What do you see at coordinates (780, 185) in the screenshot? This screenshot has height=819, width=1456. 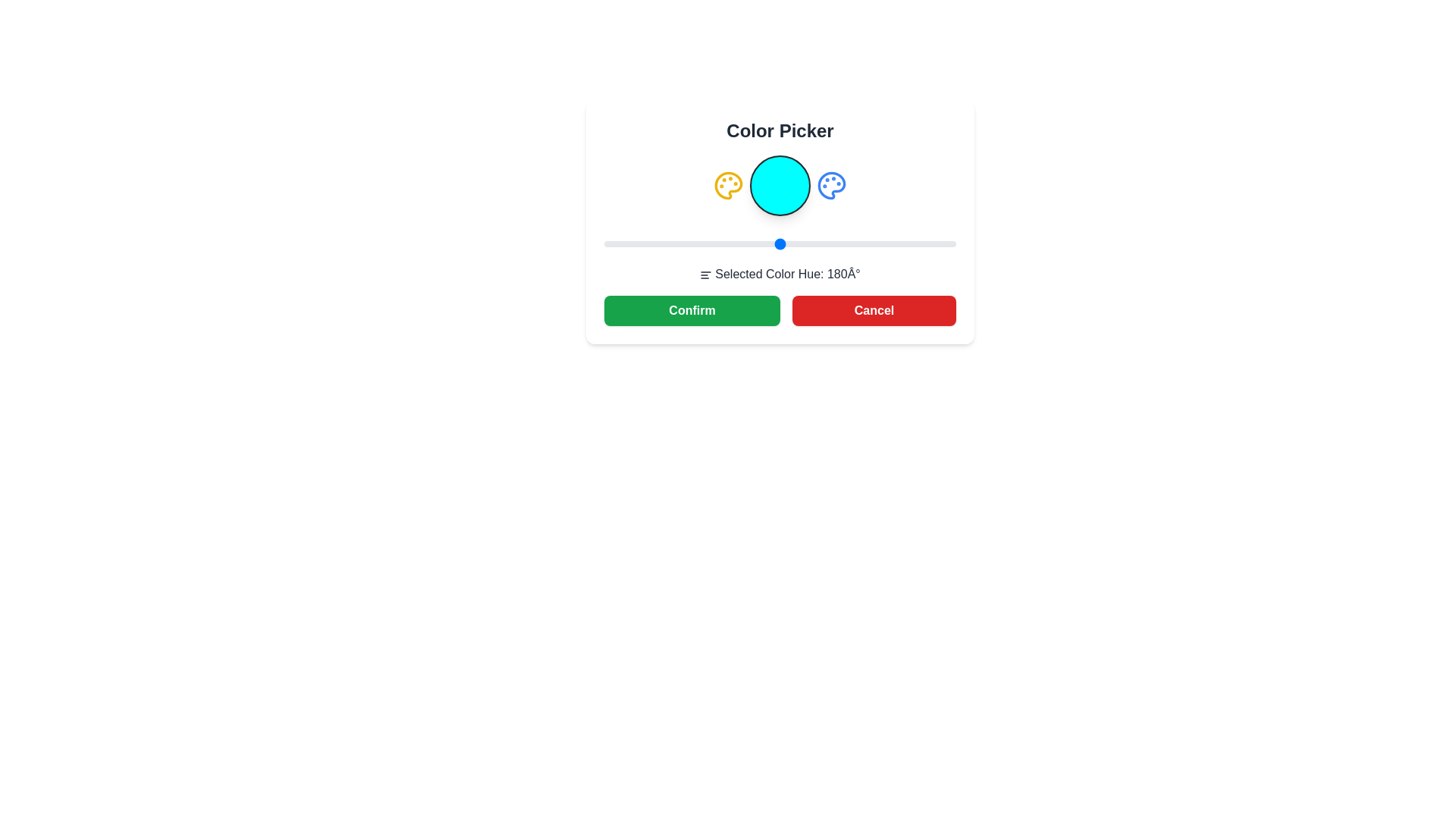 I see `the color representation circle` at bounding box center [780, 185].